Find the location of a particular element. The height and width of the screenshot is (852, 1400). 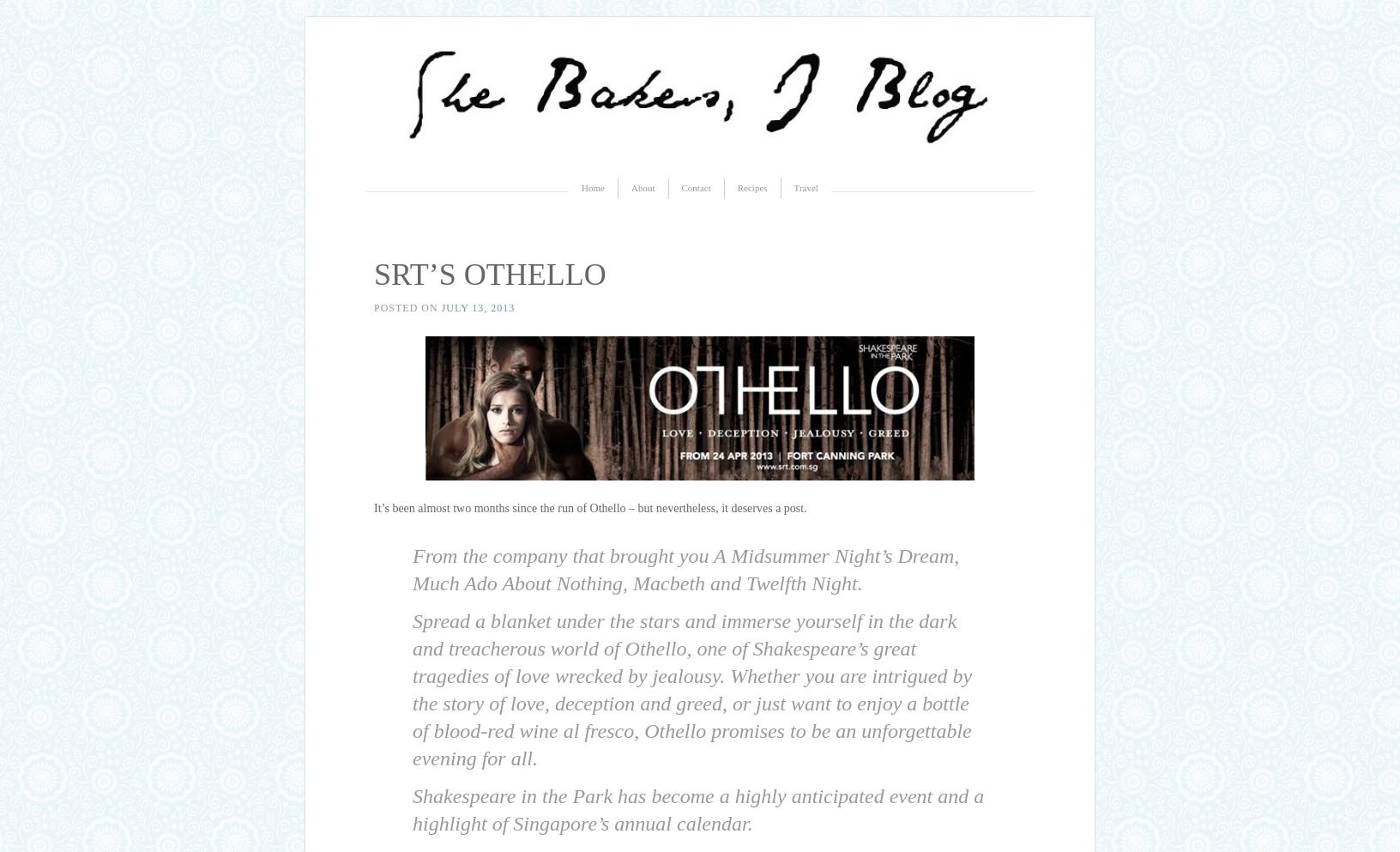

'About' is located at coordinates (643, 187).